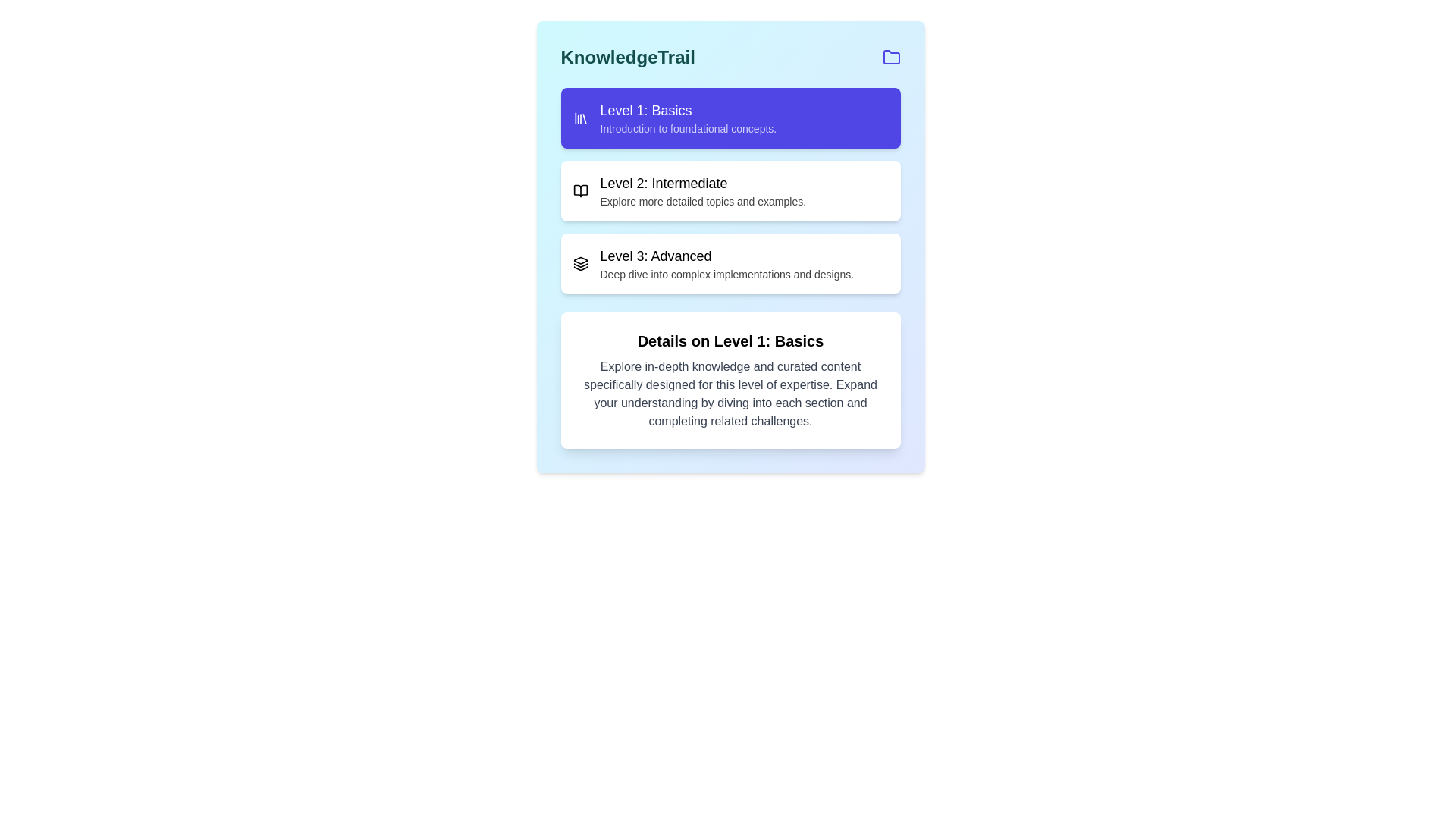 This screenshot has width=1456, height=819. I want to click on the icon resembling stacked layers, which is located to the left of the text 'Level 3: Advanced' in the list of levels, so click(579, 262).